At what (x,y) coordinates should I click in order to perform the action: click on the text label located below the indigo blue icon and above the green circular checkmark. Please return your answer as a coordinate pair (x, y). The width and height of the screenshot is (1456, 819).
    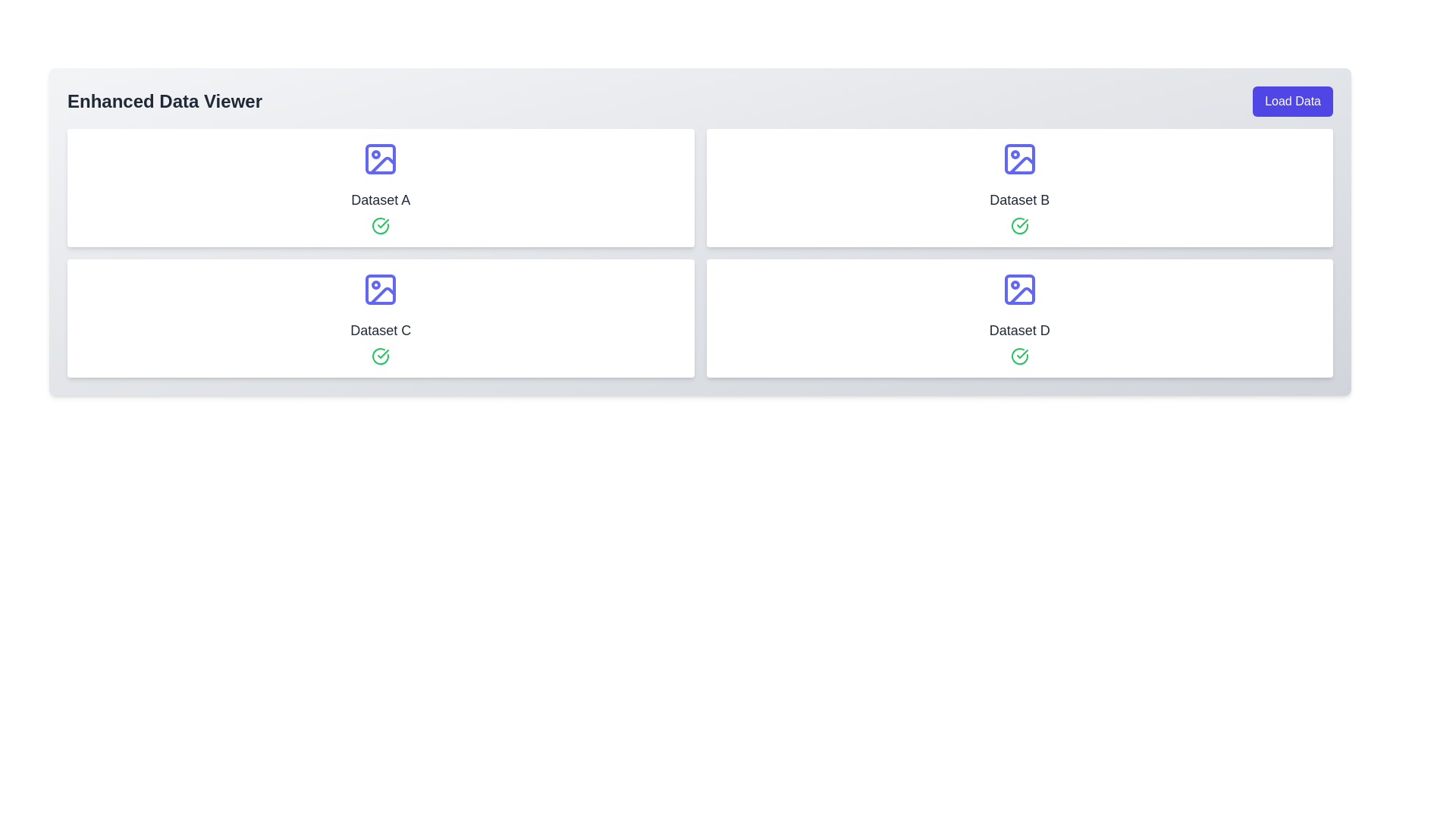
    Looking at the image, I should click on (381, 199).